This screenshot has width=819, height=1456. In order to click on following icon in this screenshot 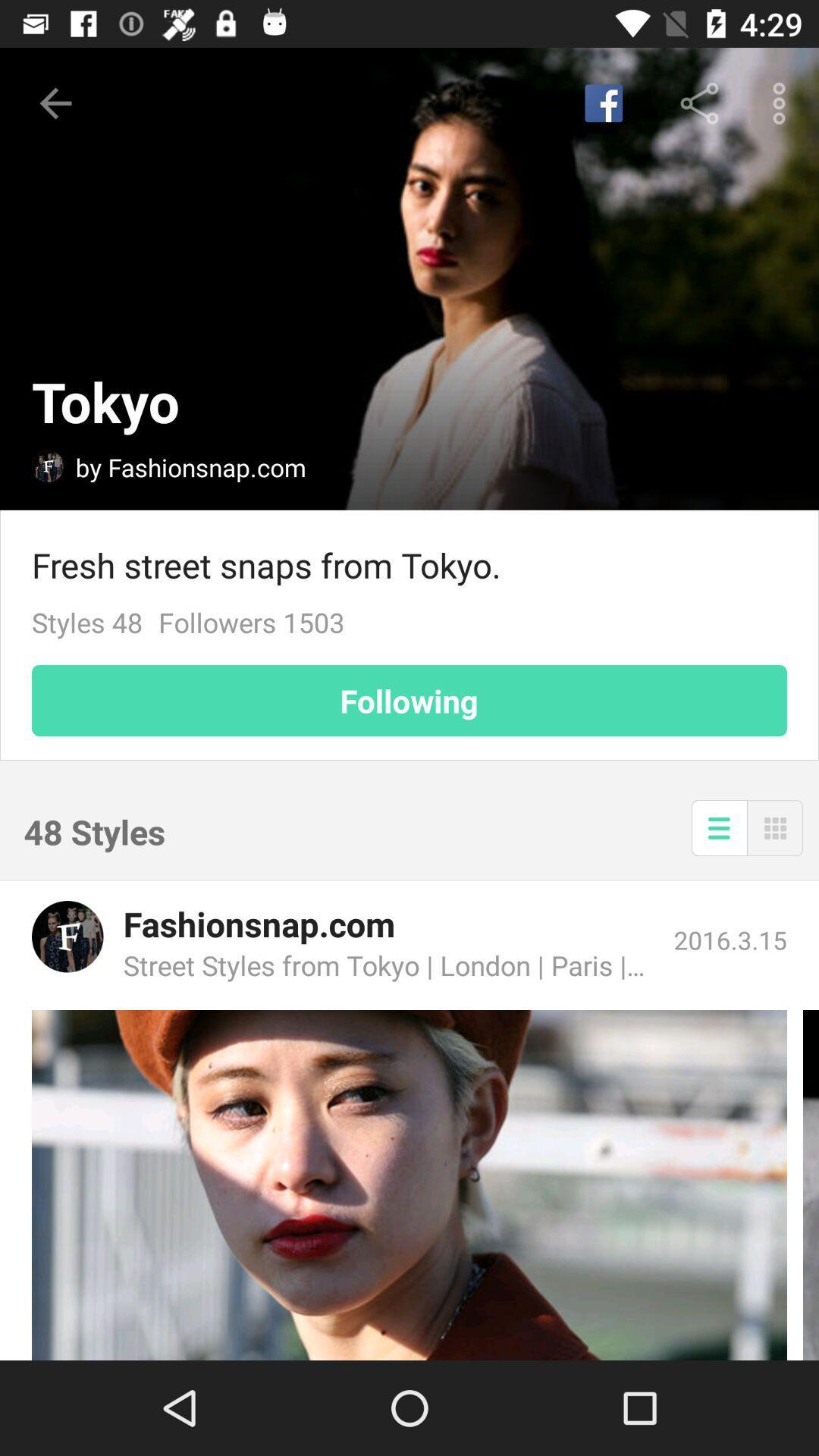, I will do `click(409, 700)`.